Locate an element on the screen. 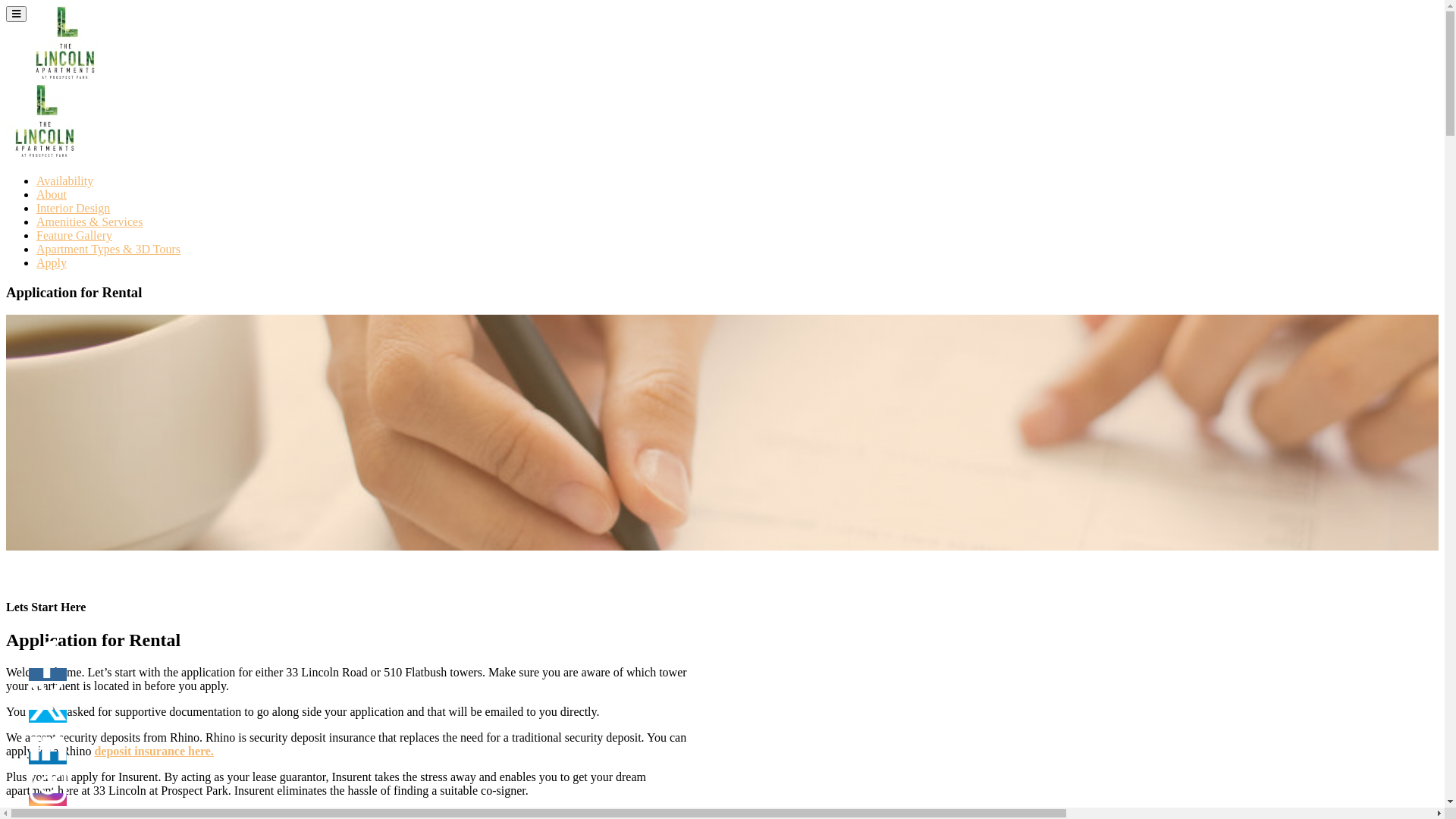  'Apply' is located at coordinates (51, 262).